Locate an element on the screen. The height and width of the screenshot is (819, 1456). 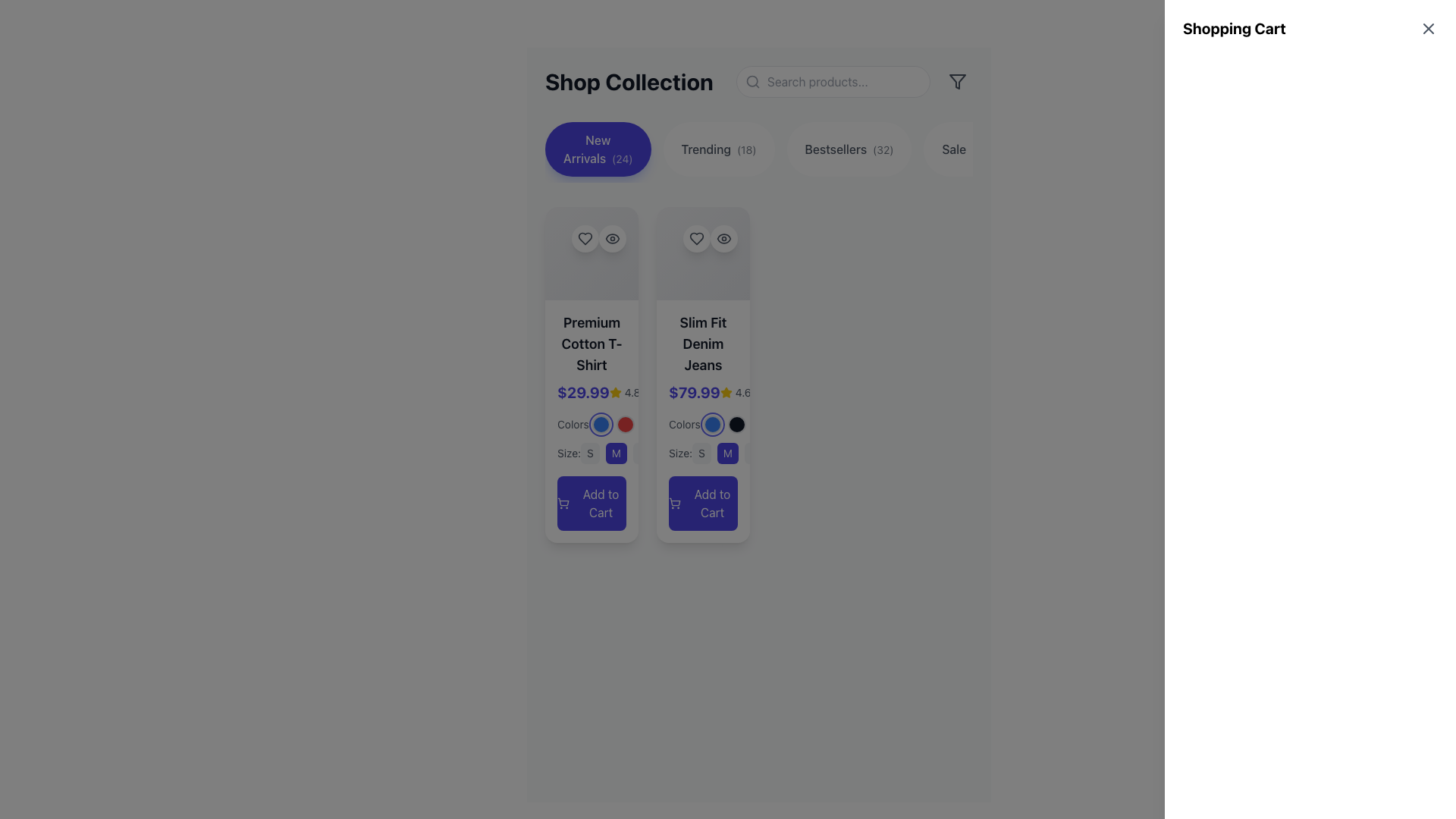
the static text displaying the number '(24)' which is positioned immediately to the right of 'New Arrivals' within the button labeled 'New Arrivals(24)' is located at coordinates (622, 158).